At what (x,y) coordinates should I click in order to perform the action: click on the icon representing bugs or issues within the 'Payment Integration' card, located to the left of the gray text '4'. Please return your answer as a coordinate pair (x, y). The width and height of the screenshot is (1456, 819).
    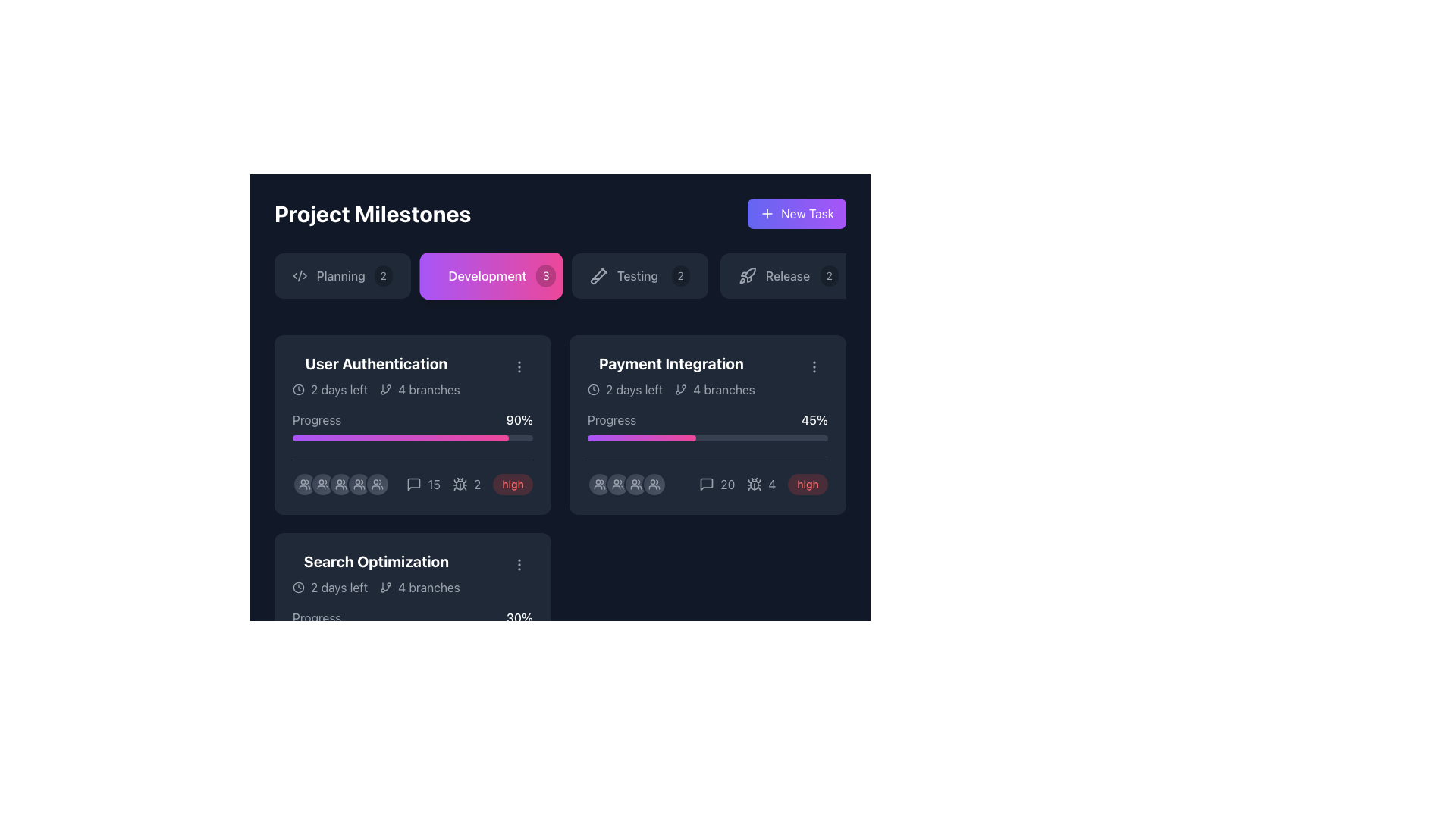
    Looking at the image, I should click on (755, 485).